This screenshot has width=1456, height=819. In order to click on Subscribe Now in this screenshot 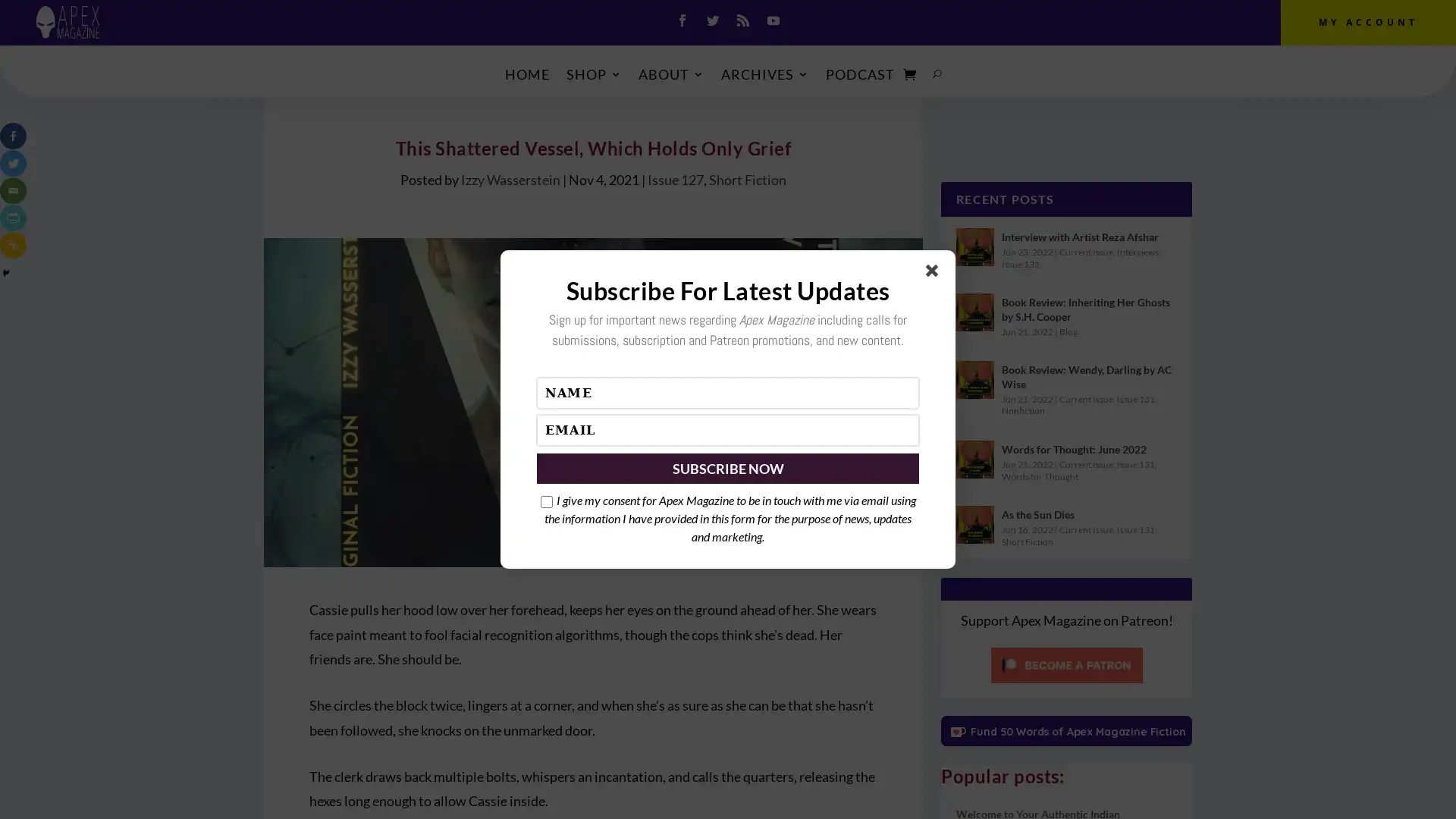, I will do `click(728, 467)`.